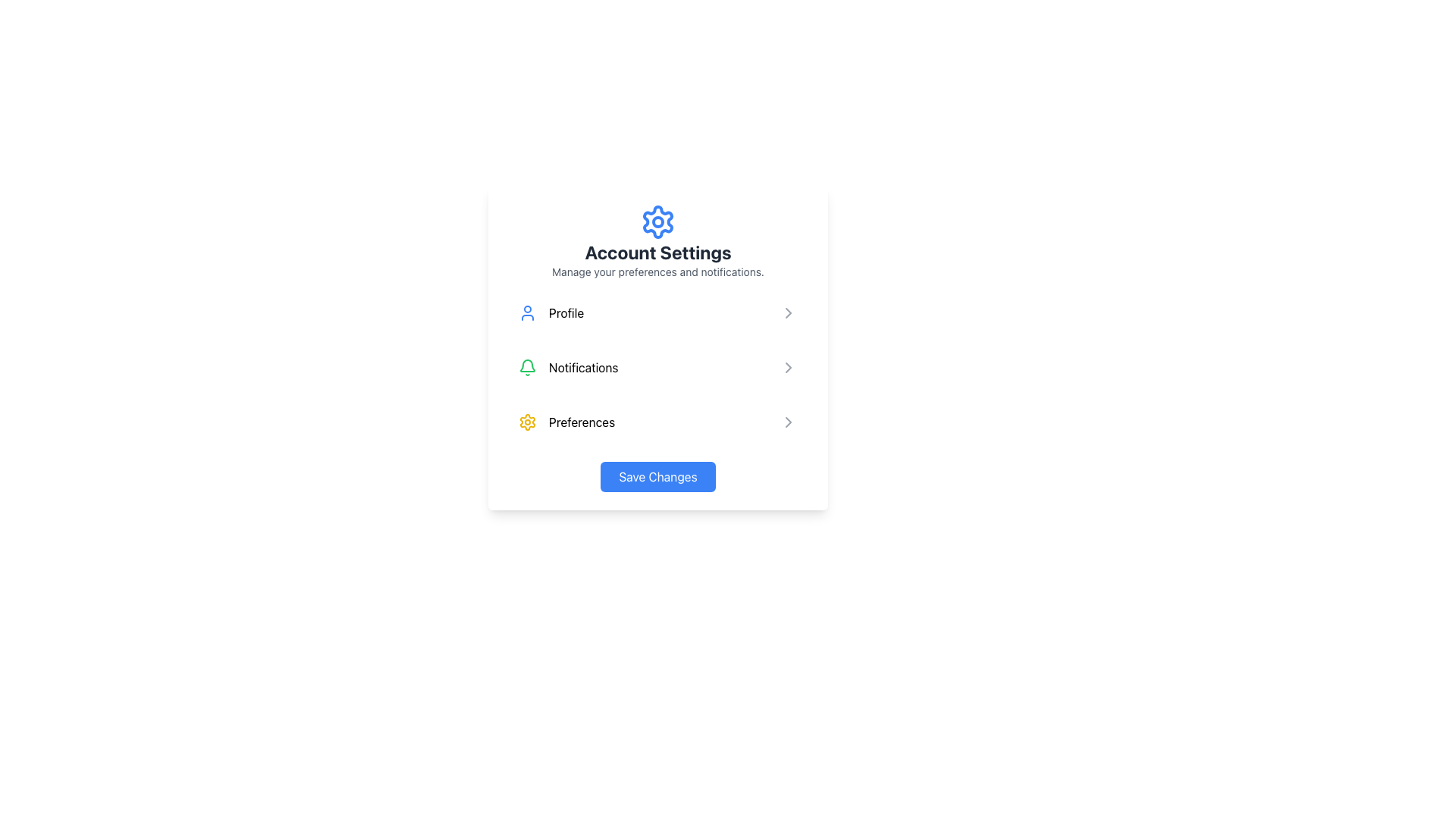  I want to click on the rightward-pointing chevron arrow icon indicating navigation or expansion within the 'Preferences' list item, so click(789, 422).